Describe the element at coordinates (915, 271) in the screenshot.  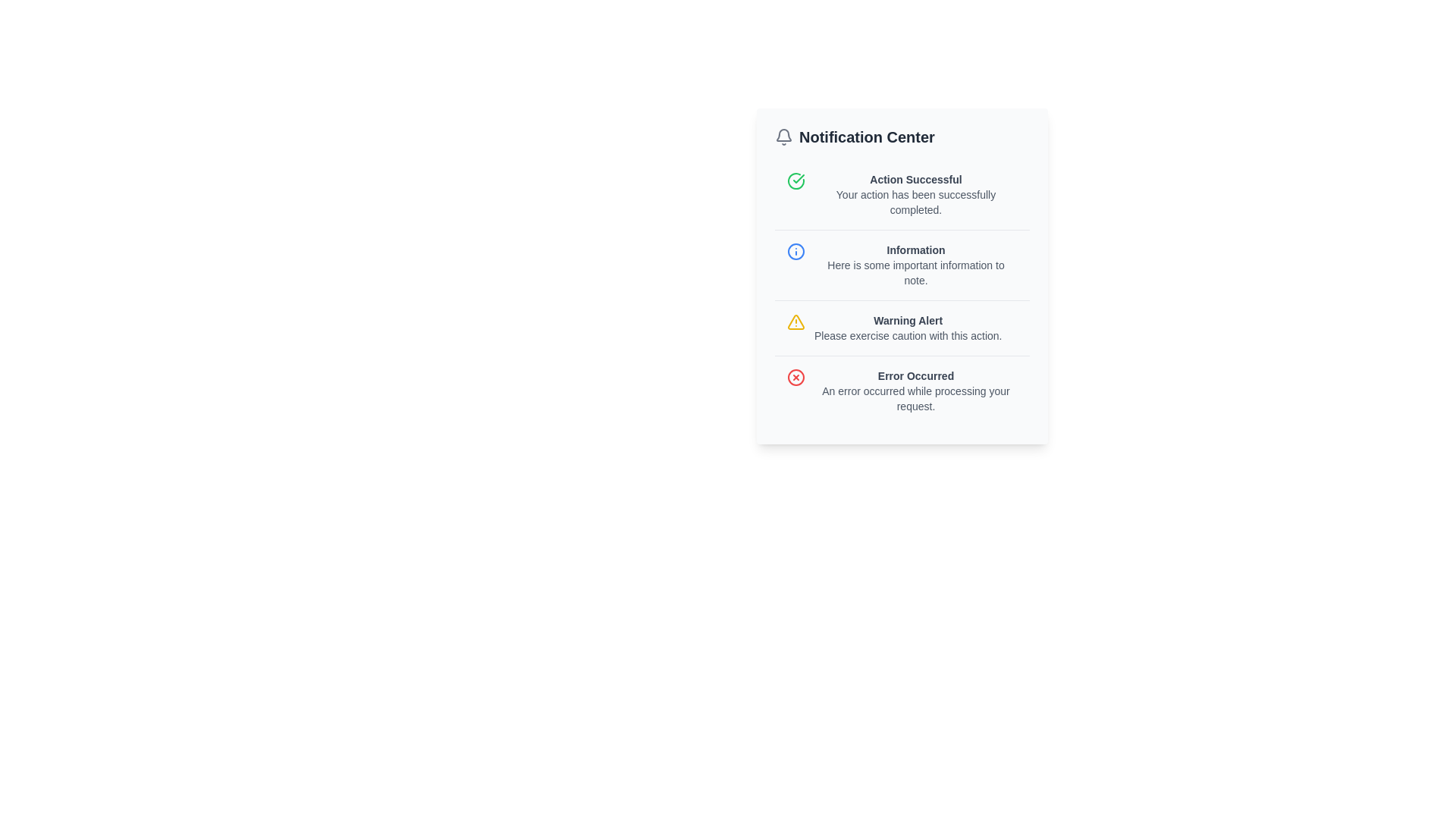
I see `the descriptive text located directly below the 'Information' title` at that location.